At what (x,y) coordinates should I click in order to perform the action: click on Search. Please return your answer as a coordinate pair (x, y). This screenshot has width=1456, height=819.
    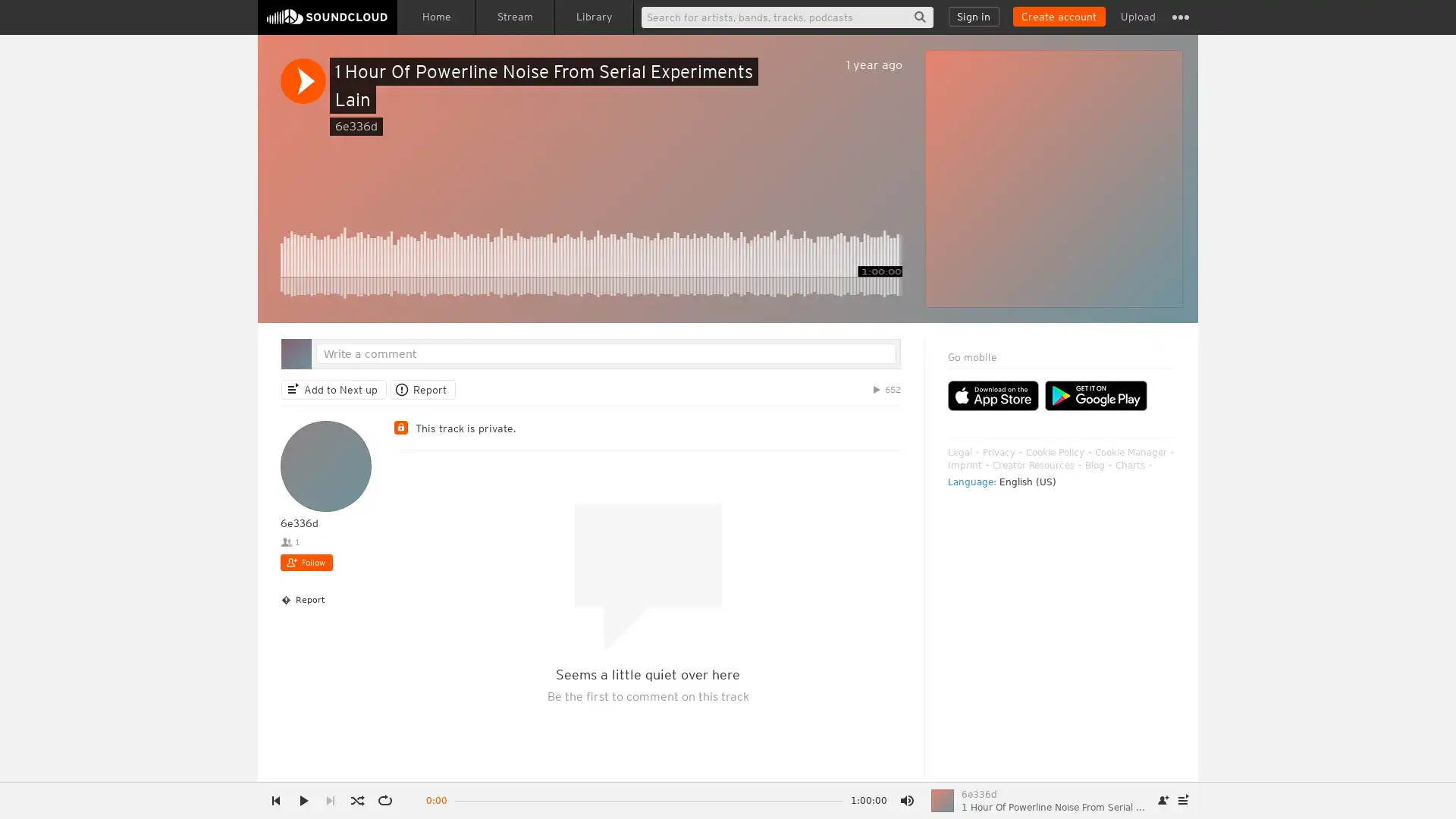
    Looking at the image, I should click on (919, 17).